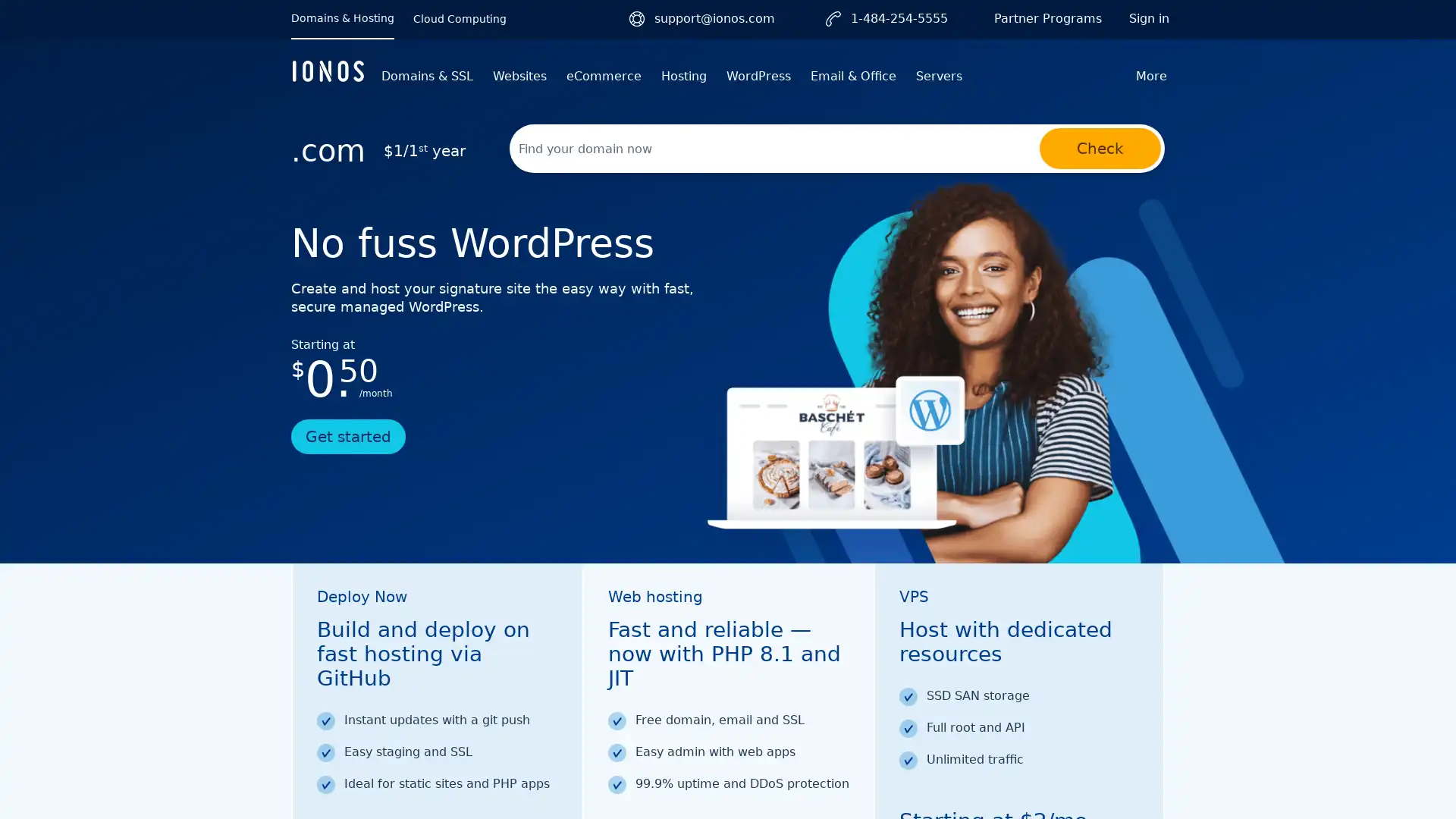  Describe the element at coordinates (1046, 18) in the screenshot. I see `Partner Programs` at that location.